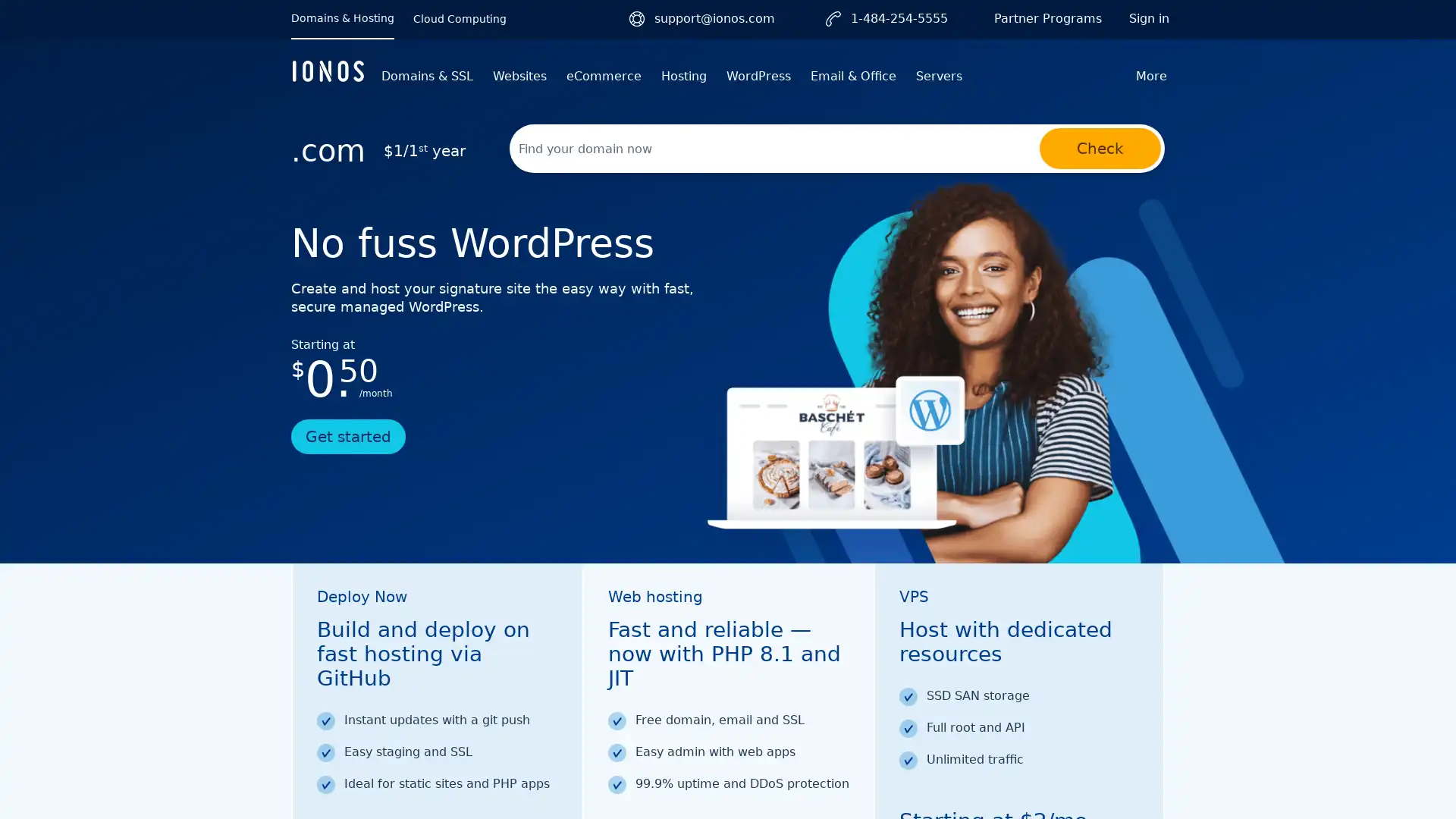  Describe the element at coordinates (1046, 18) in the screenshot. I see `Partner Programs` at that location.